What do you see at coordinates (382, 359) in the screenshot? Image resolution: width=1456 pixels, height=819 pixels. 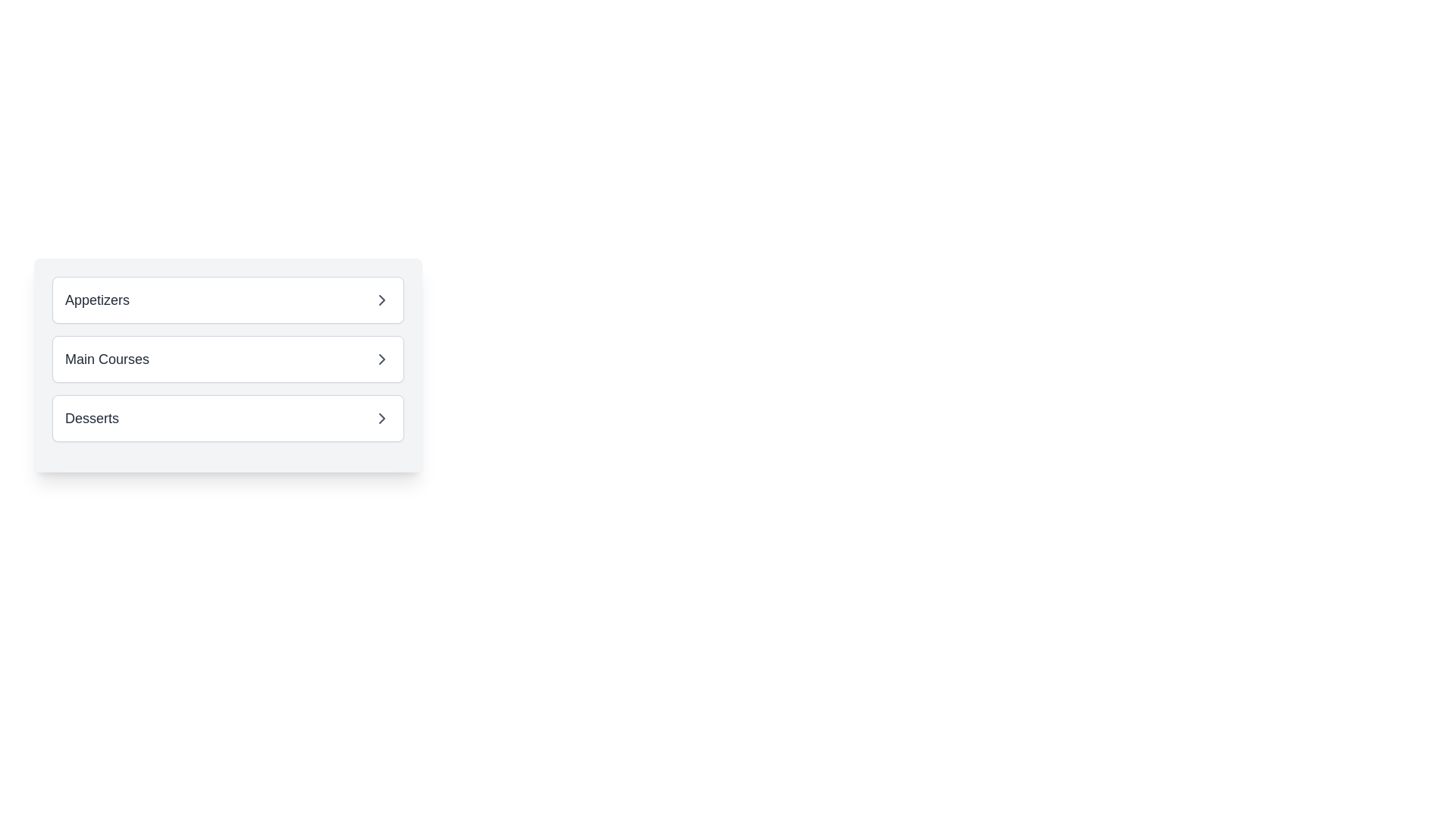 I see `the right-facing chevron icon located at the center-right side of the 'Main Courses' list entry to trigger possible visual feedback` at bounding box center [382, 359].